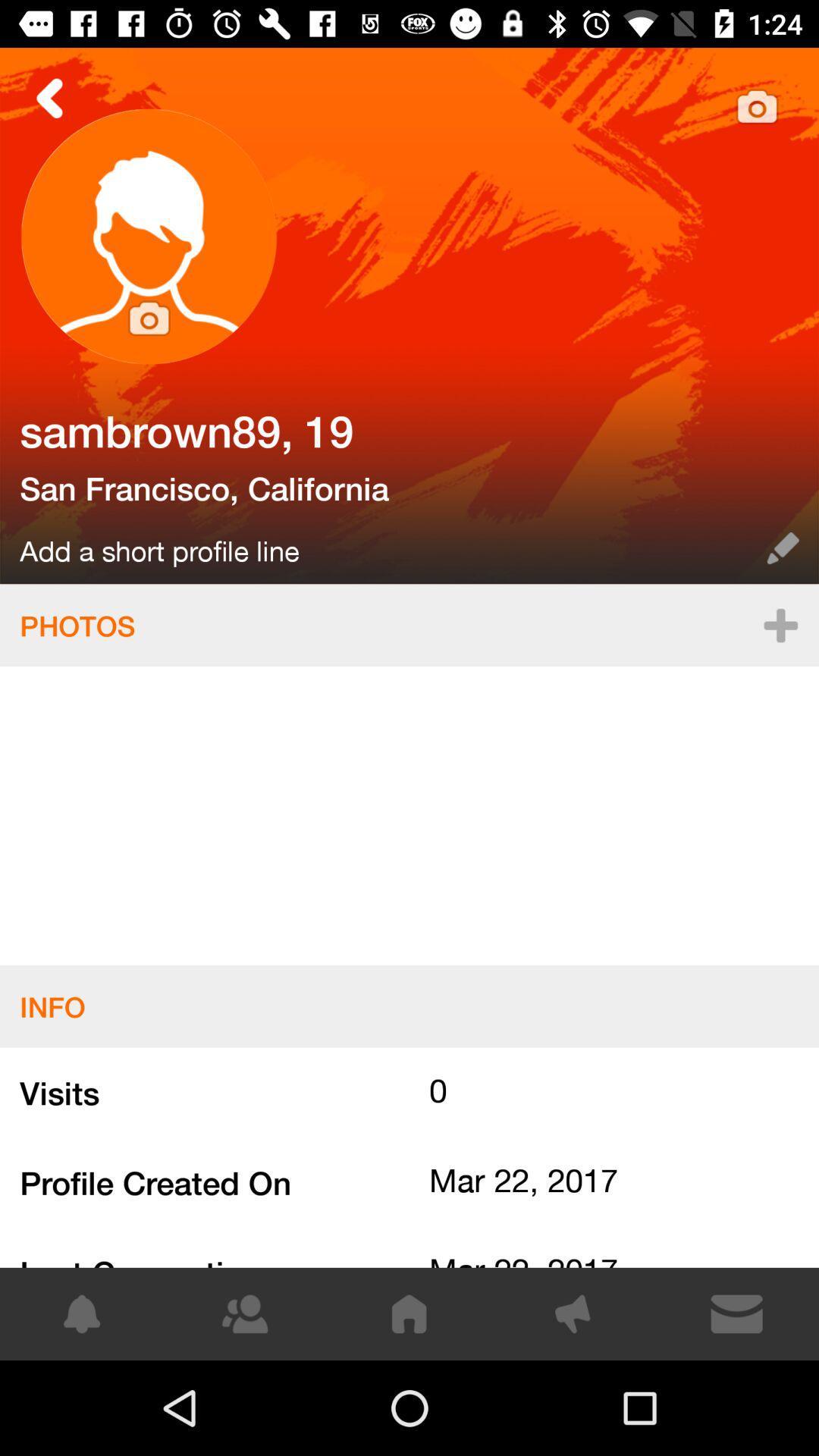 The width and height of the screenshot is (819, 1456). What do you see at coordinates (783, 548) in the screenshot?
I see `edit button` at bounding box center [783, 548].